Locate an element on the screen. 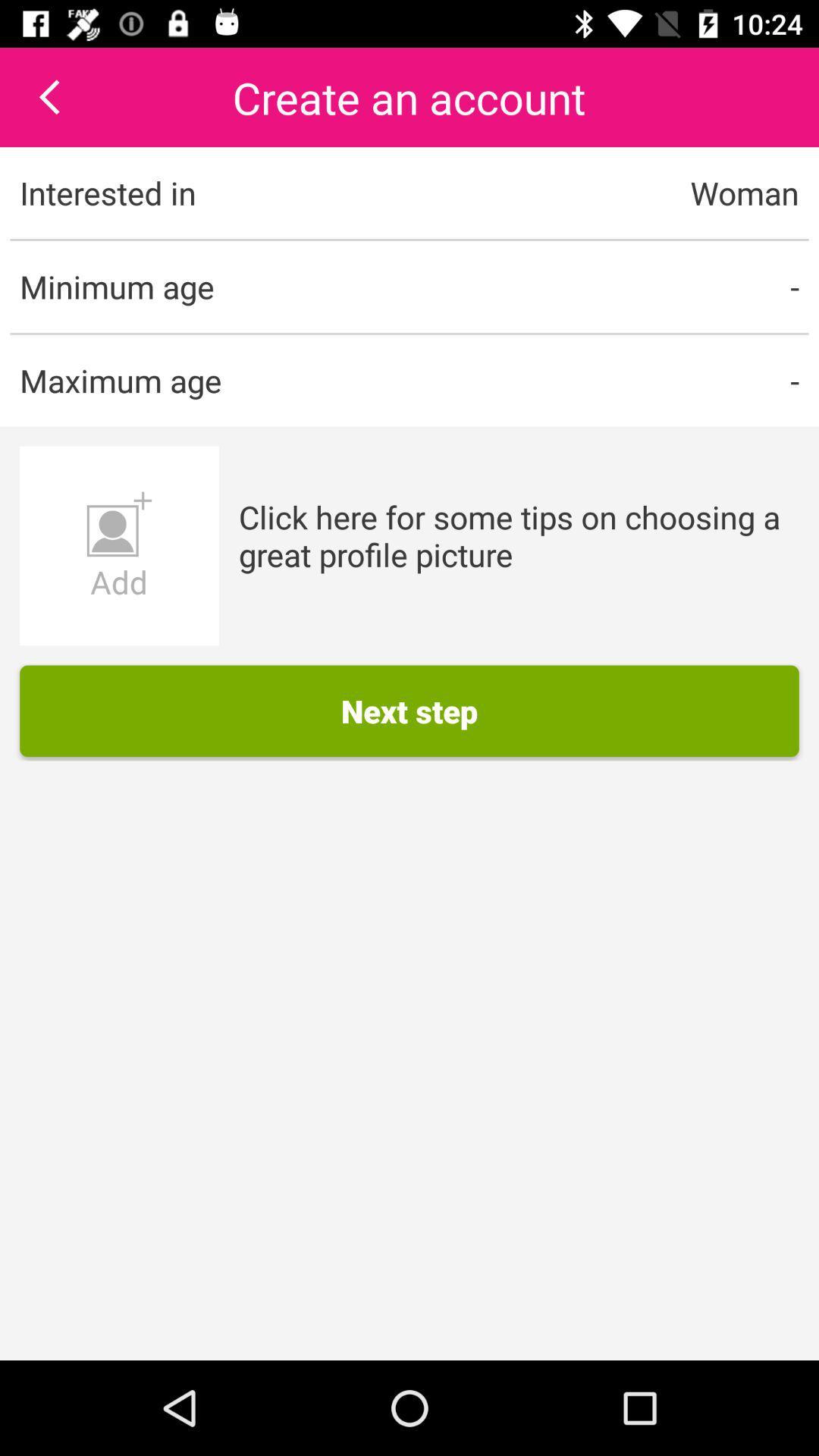 This screenshot has height=1456, width=819. the next step icon is located at coordinates (409, 710).